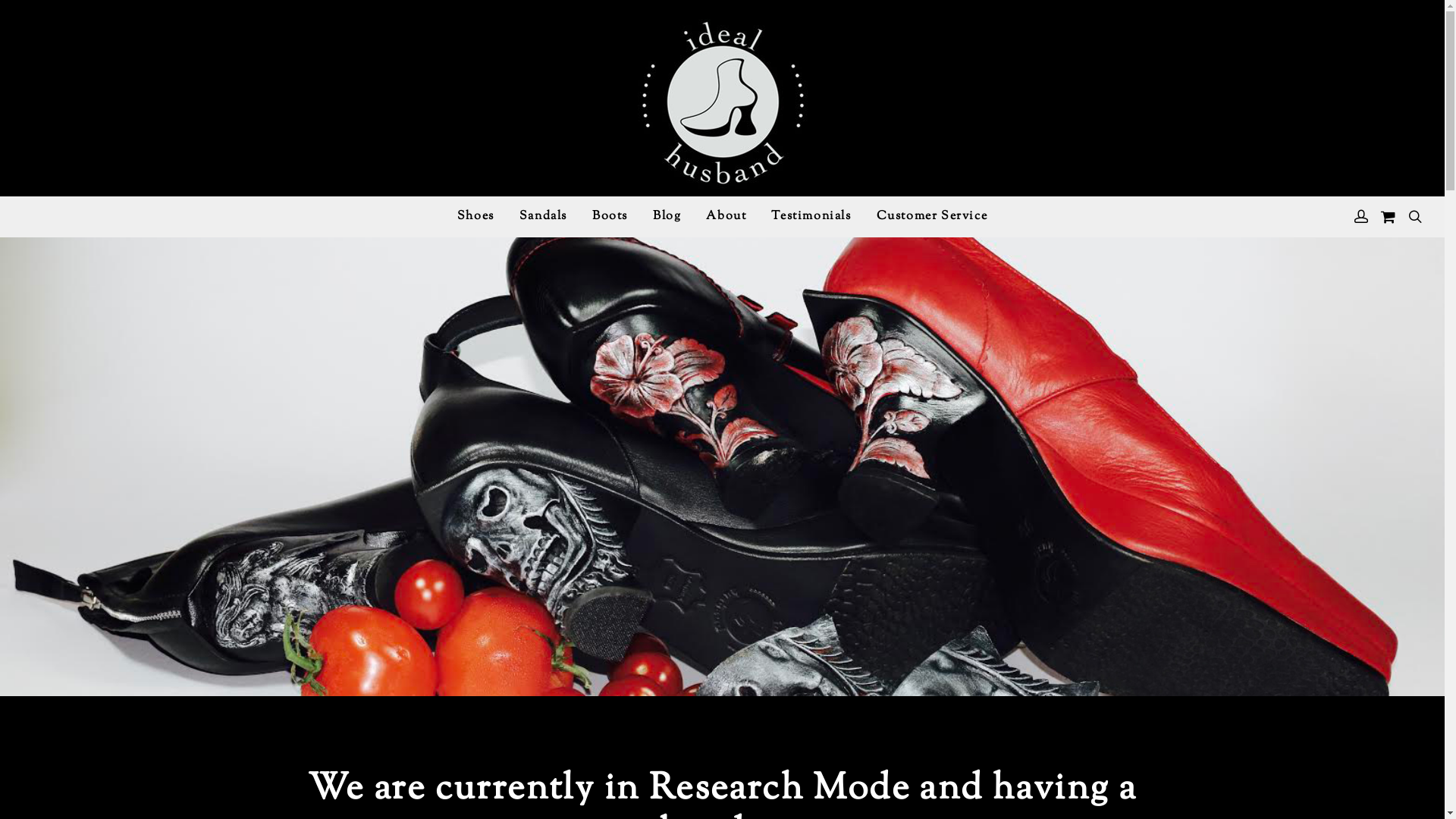 This screenshot has width=1456, height=819. What do you see at coordinates (591, 216) in the screenshot?
I see `'Boots'` at bounding box center [591, 216].